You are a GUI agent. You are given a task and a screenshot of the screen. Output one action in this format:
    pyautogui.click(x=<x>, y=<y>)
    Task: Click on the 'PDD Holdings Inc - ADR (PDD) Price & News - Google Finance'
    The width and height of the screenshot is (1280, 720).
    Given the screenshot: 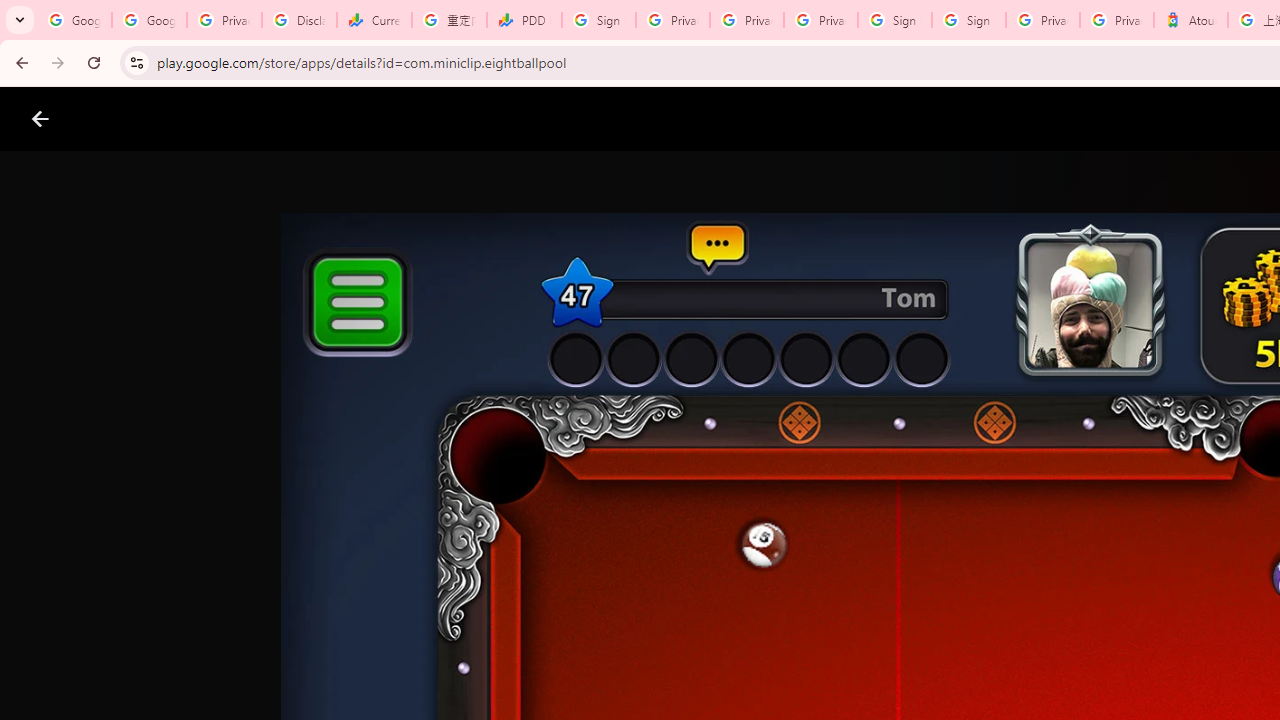 What is the action you would take?
    pyautogui.click(x=524, y=20)
    